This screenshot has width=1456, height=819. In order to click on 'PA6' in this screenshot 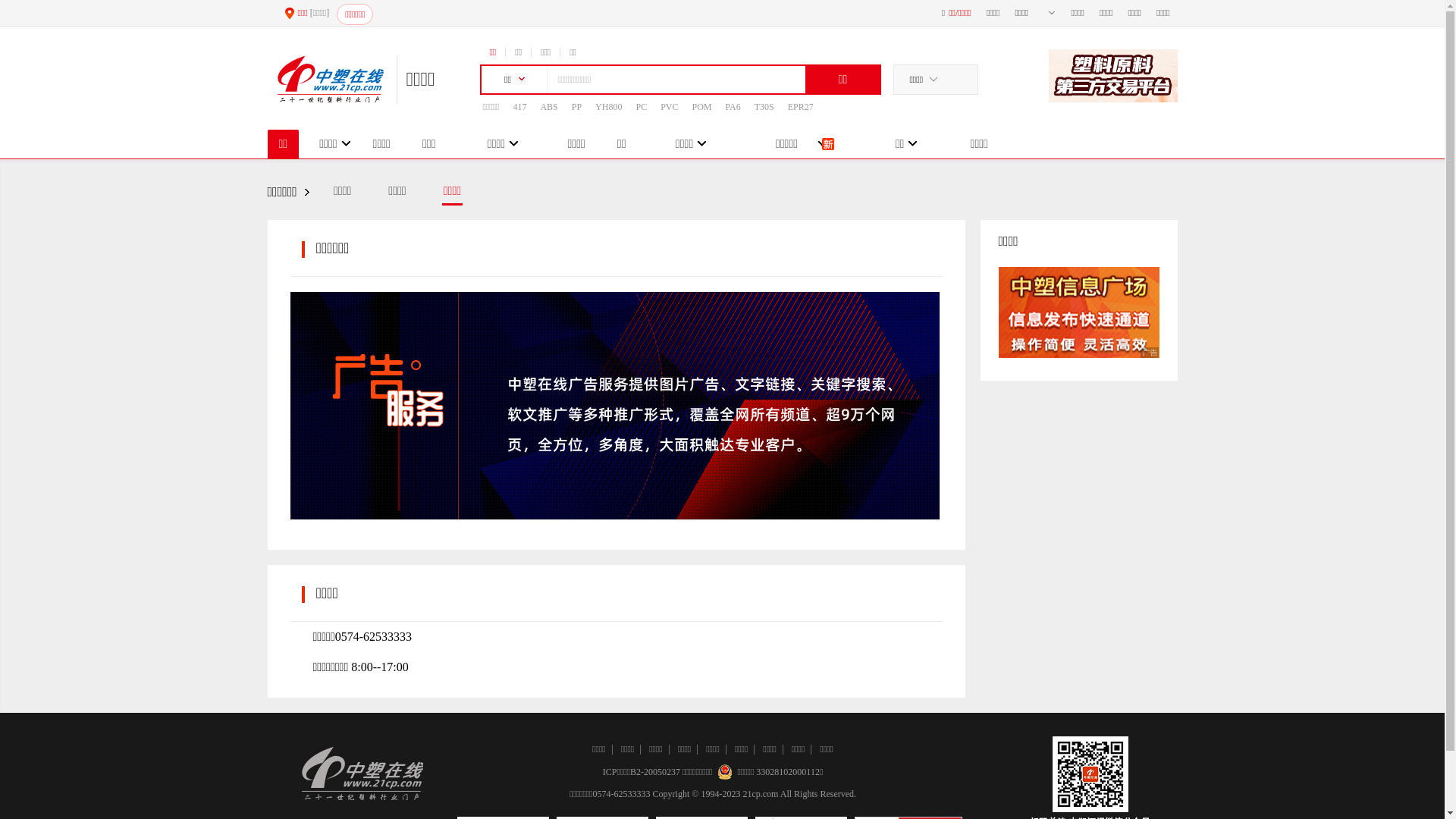, I will do `click(732, 106)`.